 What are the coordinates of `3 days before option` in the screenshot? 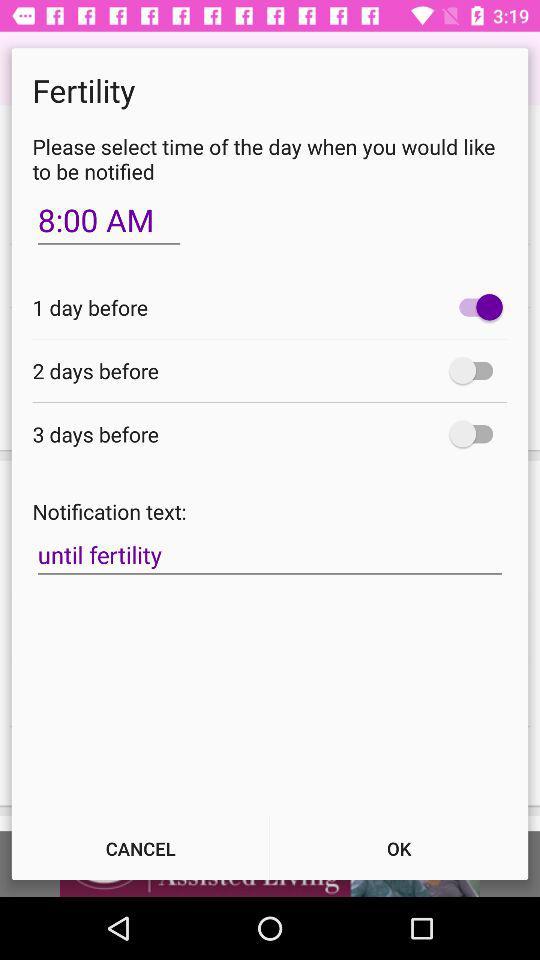 It's located at (475, 434).